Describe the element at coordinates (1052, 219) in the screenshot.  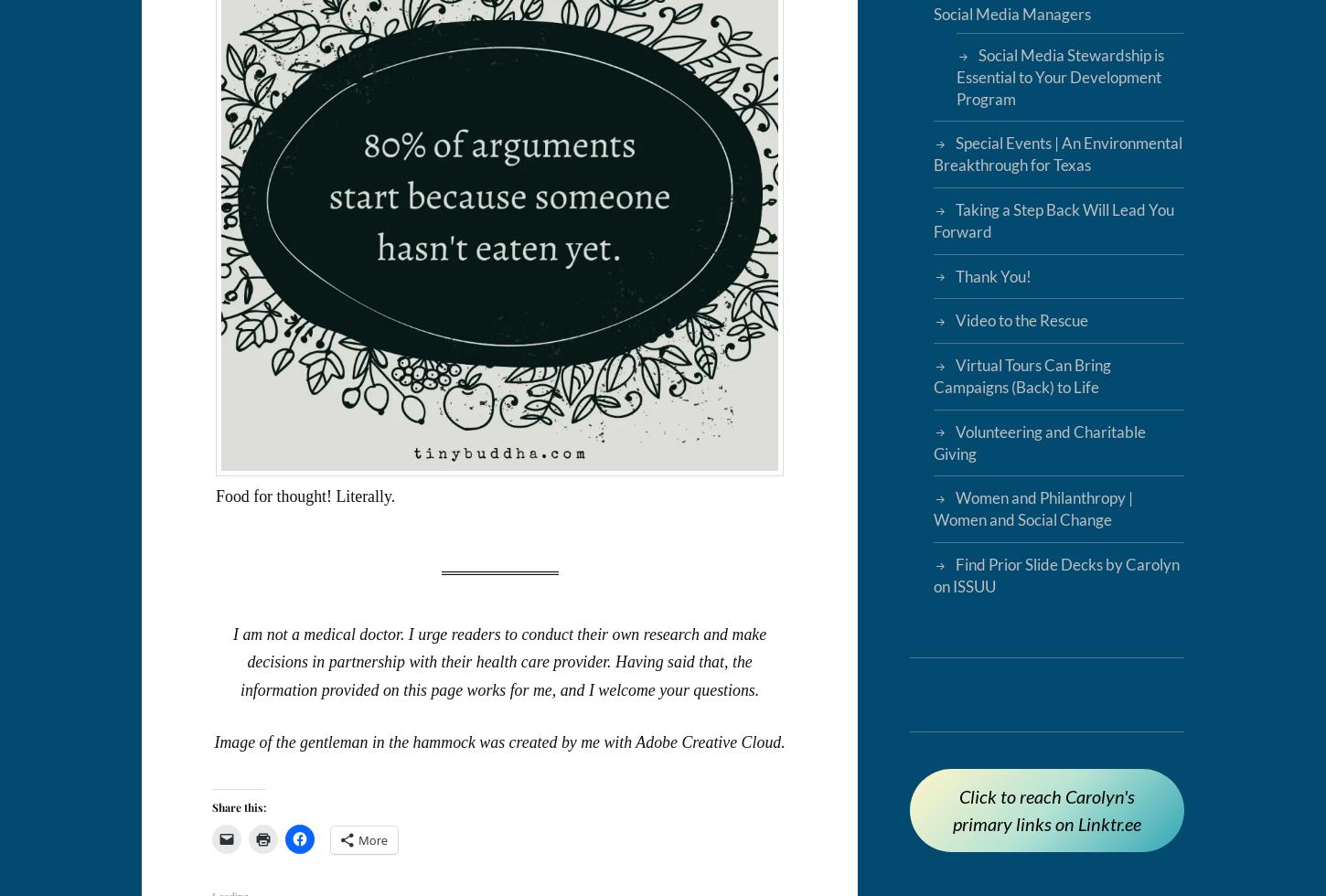
I see `'Taking a Step Back Will Lead You Forward'` at that location.